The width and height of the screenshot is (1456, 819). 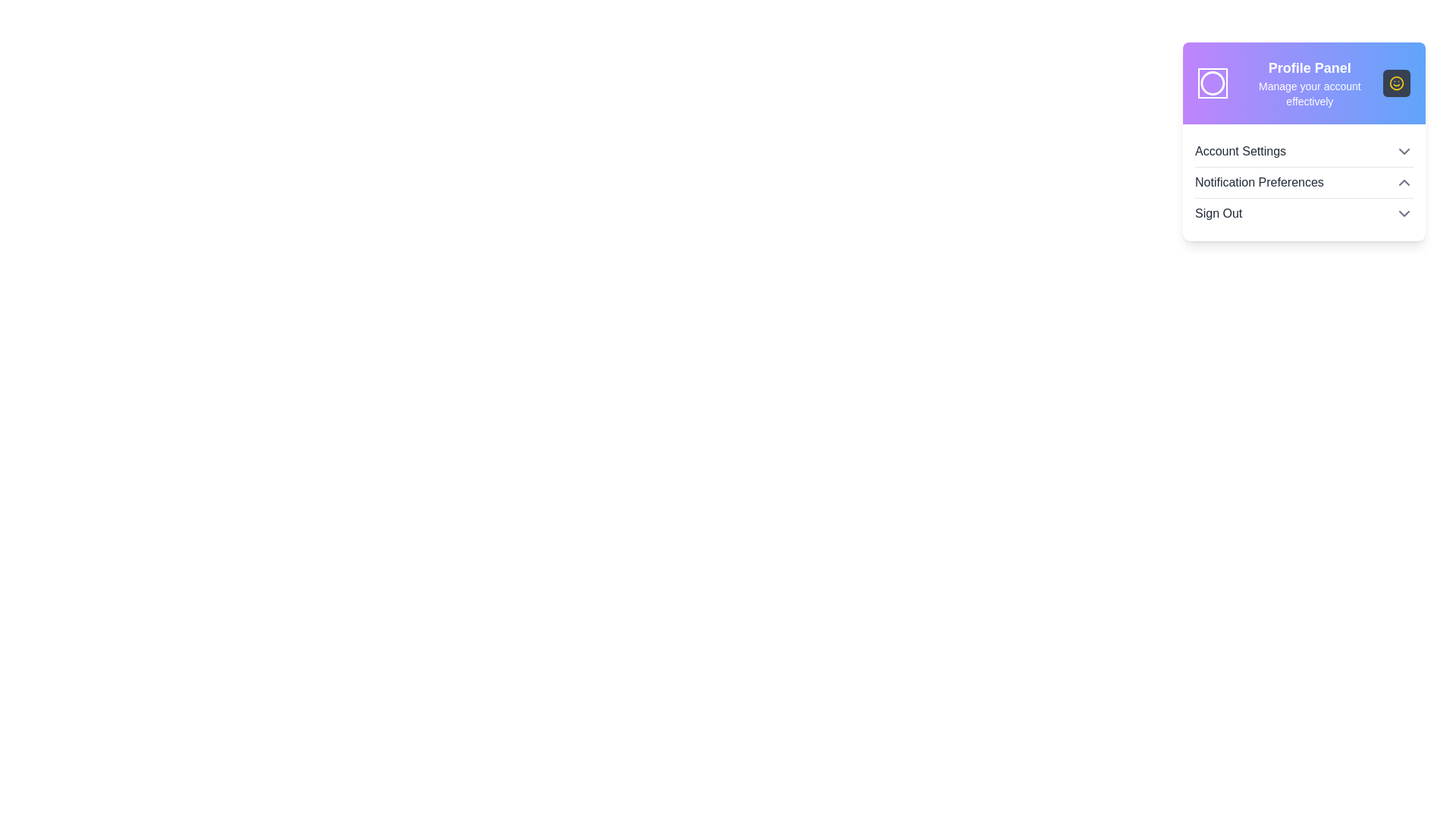 I want to click on the Dropdown indicator located in the top-right corner of the 'Account Settings' section, so click(x=1404, y=152).